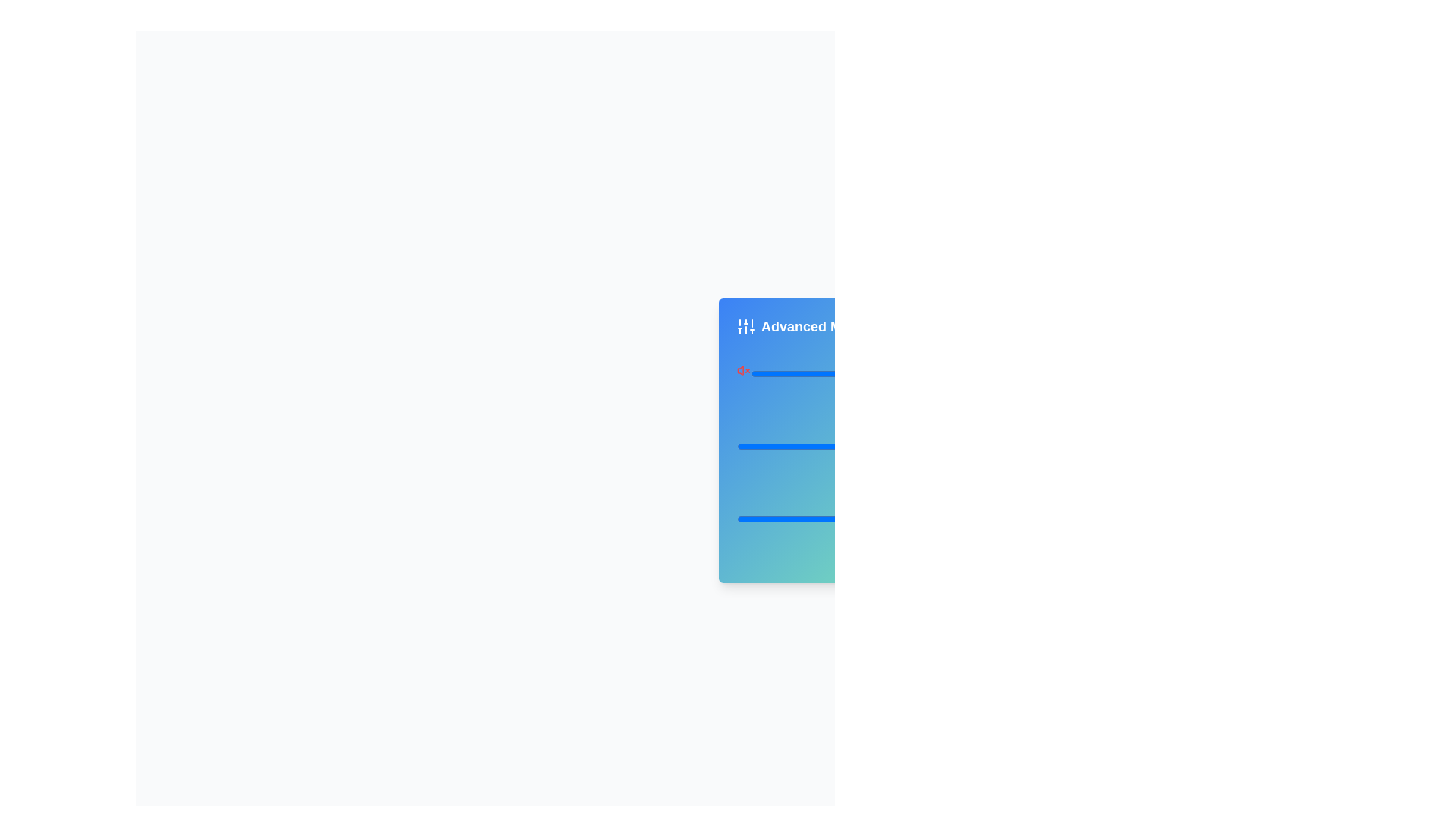 The height and width of the screenshot is (819, 1456). I want to click on the slider value, so click(910, 368).